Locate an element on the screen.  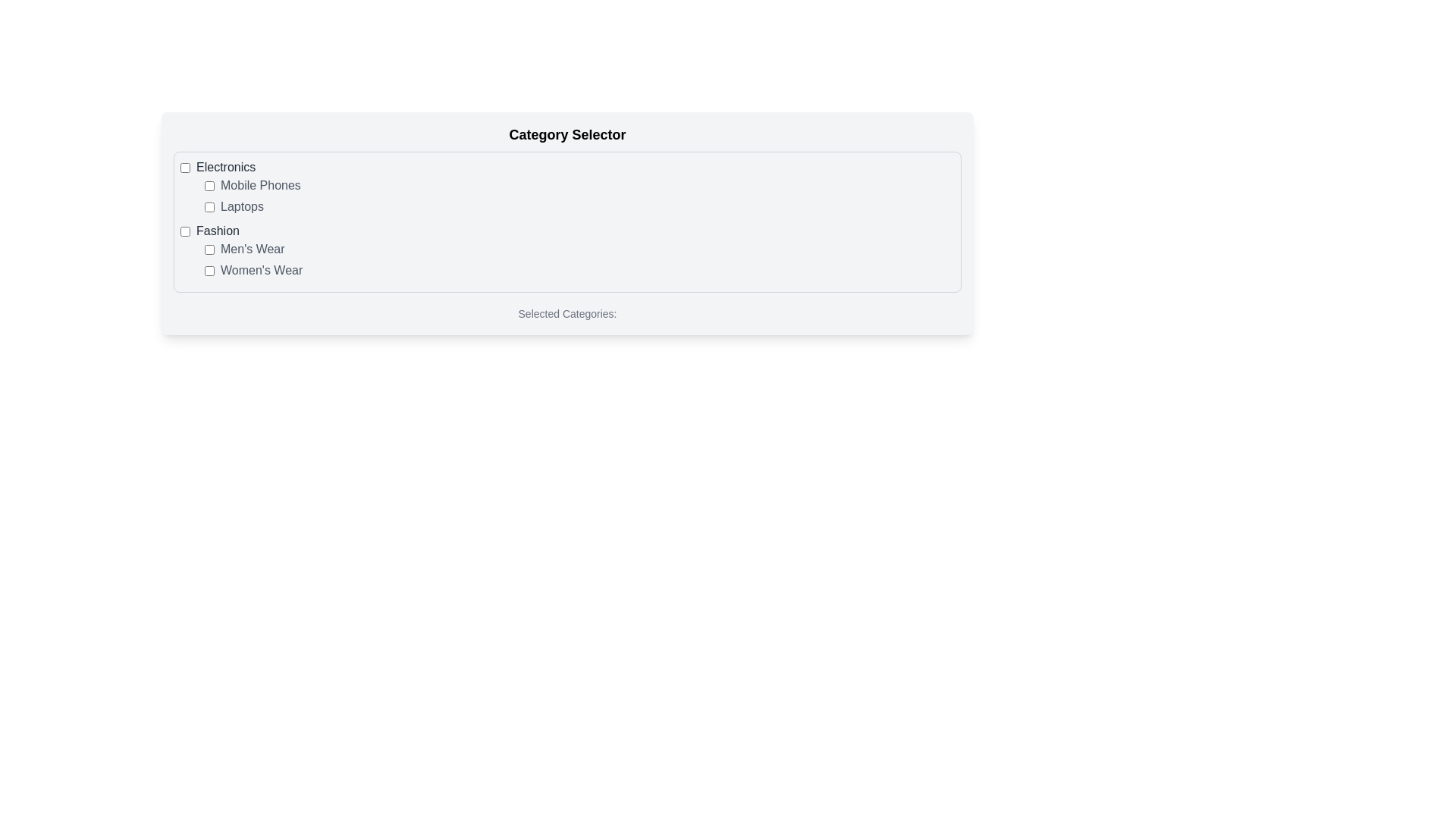
the checkbox located to the left of the 'Women's Wear' label to prepare it for keyboard interaction is located at coordinates (209, 270).